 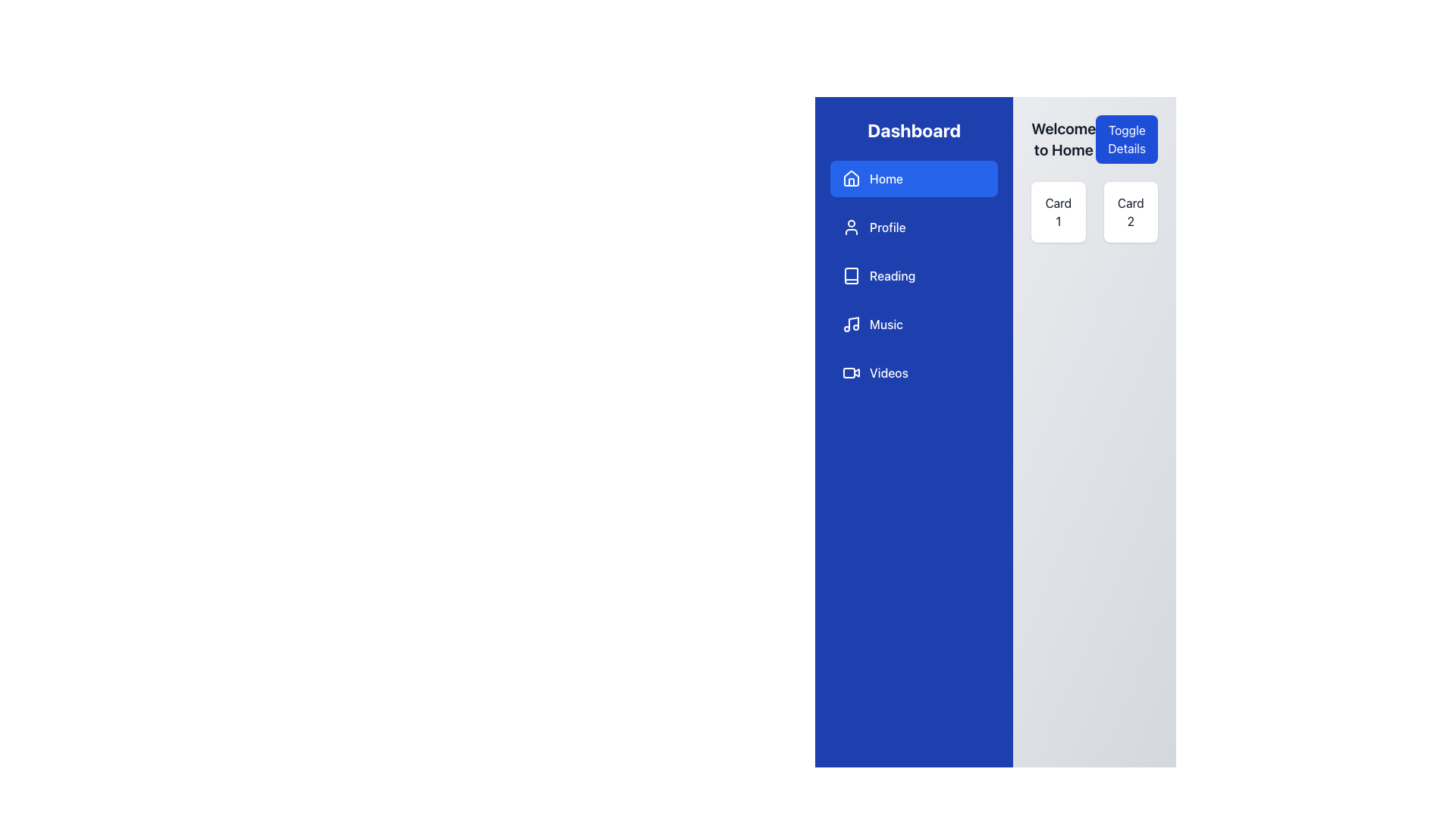 I want to click on the vertical line of the music icon in the left panel menu, which is black and positioned between the 'Reading' and 'Videos' items, so click(x=854, y=322).